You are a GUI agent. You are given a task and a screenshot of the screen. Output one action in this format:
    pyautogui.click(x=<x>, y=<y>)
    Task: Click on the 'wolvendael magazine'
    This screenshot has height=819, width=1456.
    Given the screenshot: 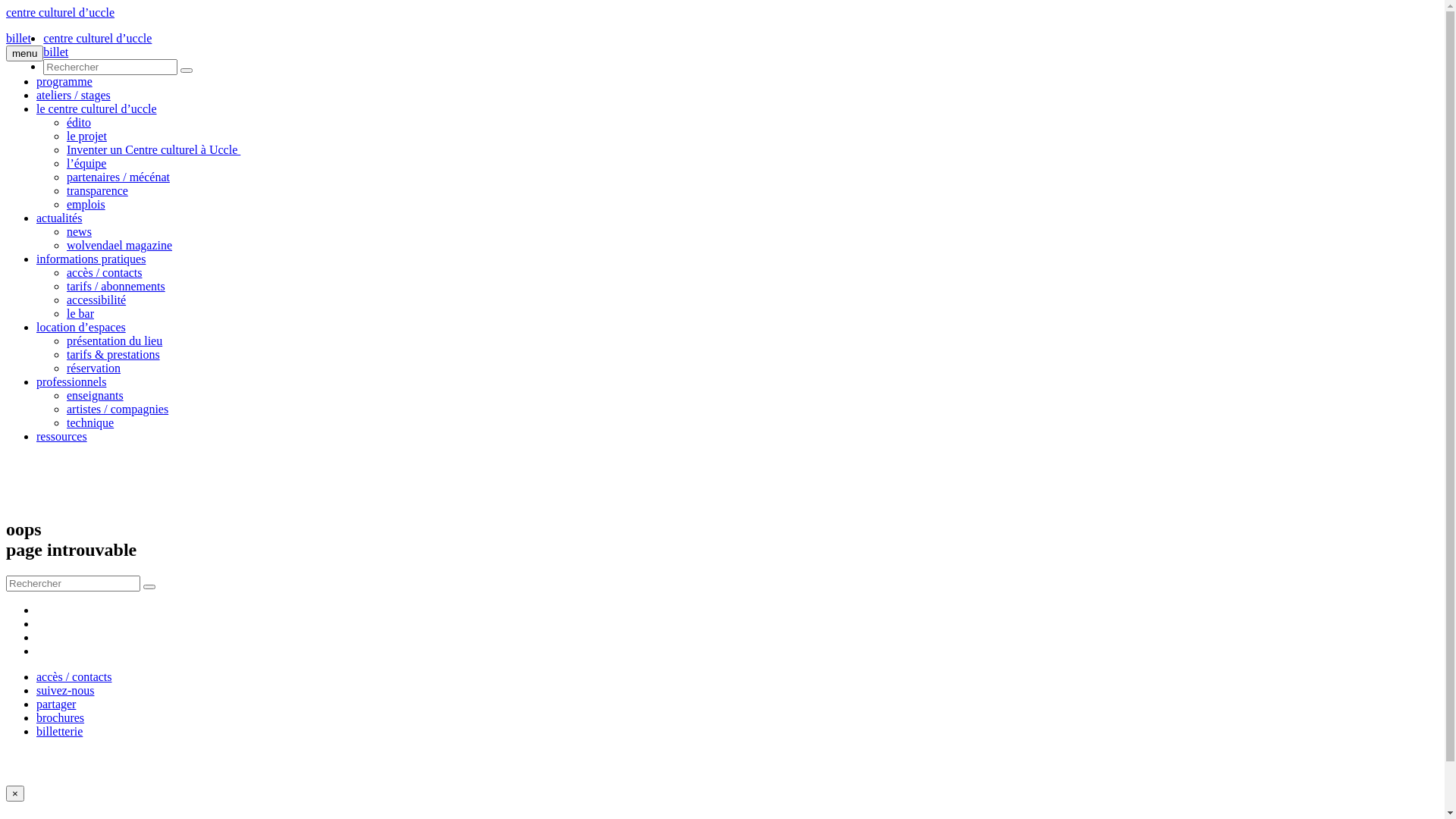 What is the action you would take?
    pyautogui.click(x=118, y=244)
    